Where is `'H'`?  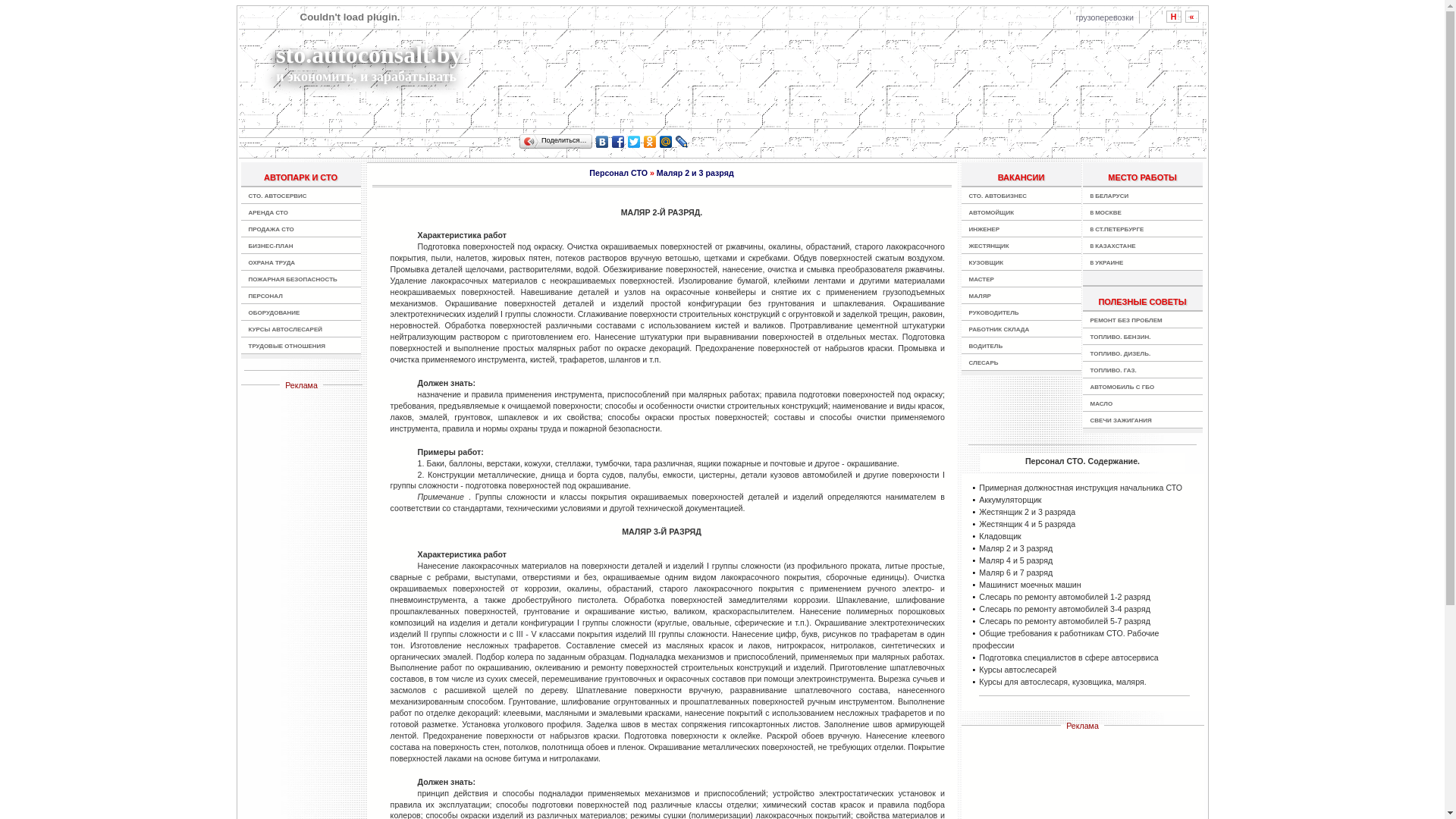 'H' is located at coordinates (1172, 17).